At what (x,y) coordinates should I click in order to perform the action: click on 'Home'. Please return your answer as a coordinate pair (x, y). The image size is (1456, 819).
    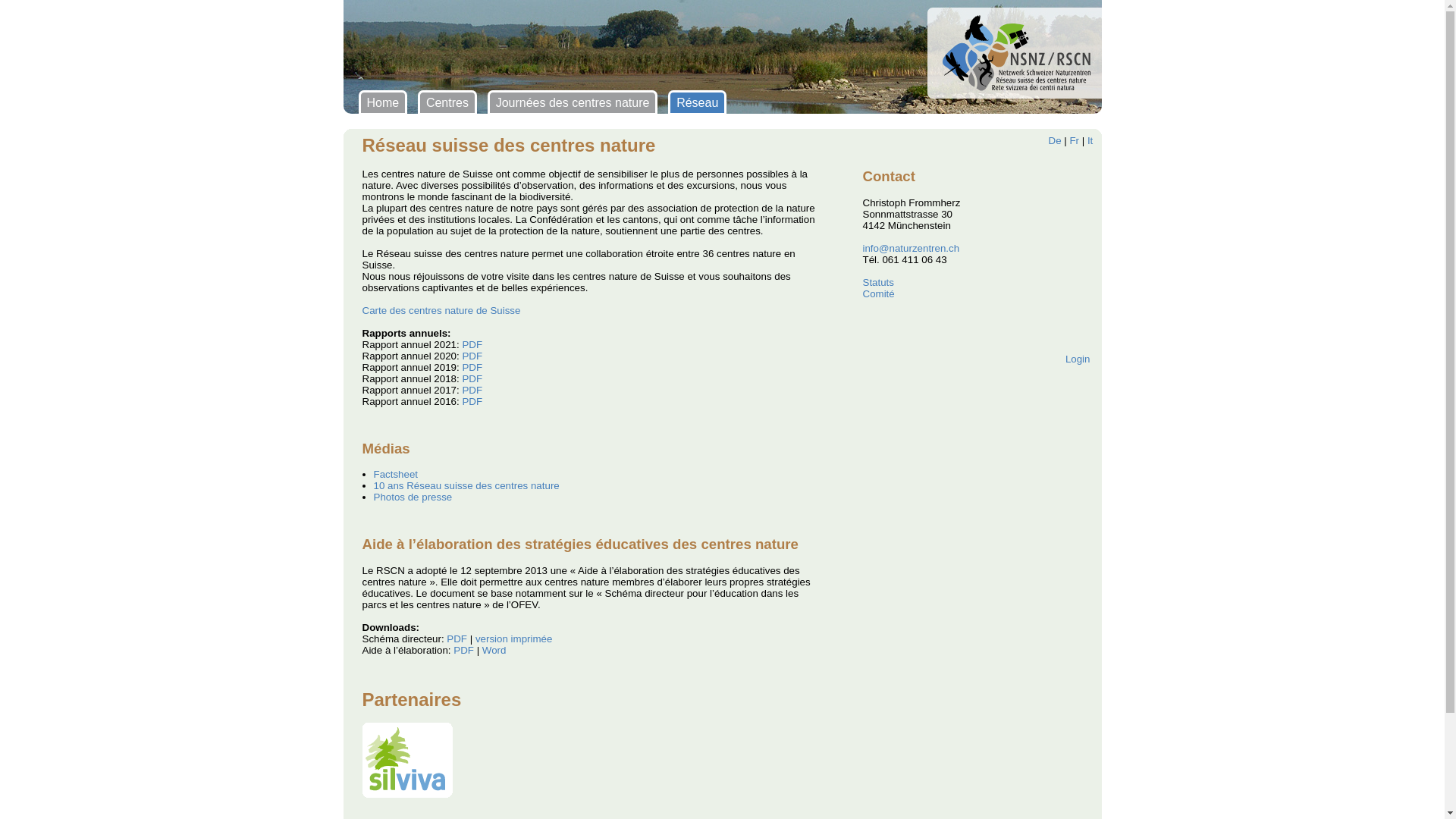
    Looking at the image, I should click on (382, 102).